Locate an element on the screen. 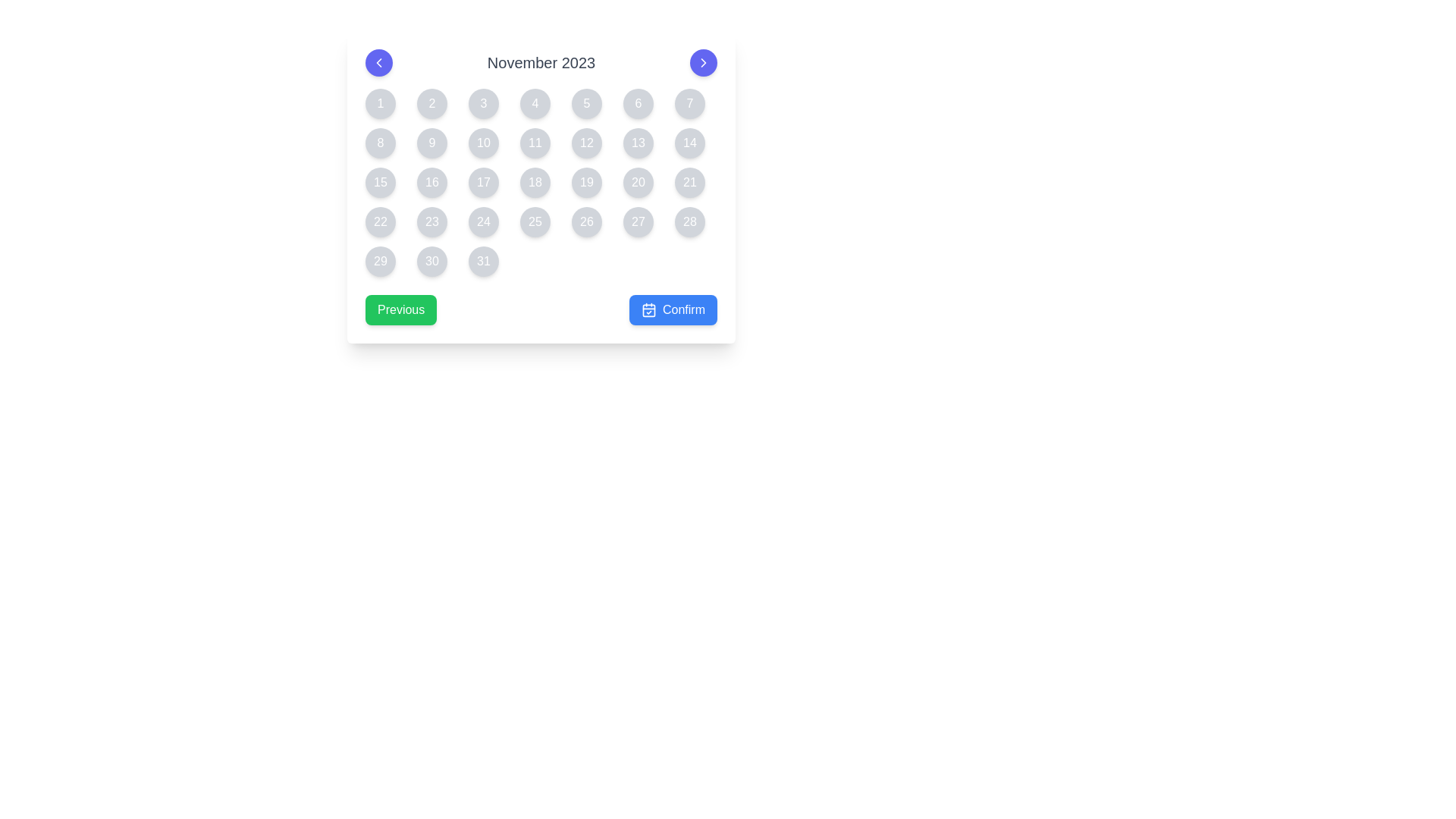 The height and width of the screenshot is (819, 1456). the selectable day button representing the 16th day of November 2023 in the calendar interface for potential hover effects is located at coordinates (431, 181).